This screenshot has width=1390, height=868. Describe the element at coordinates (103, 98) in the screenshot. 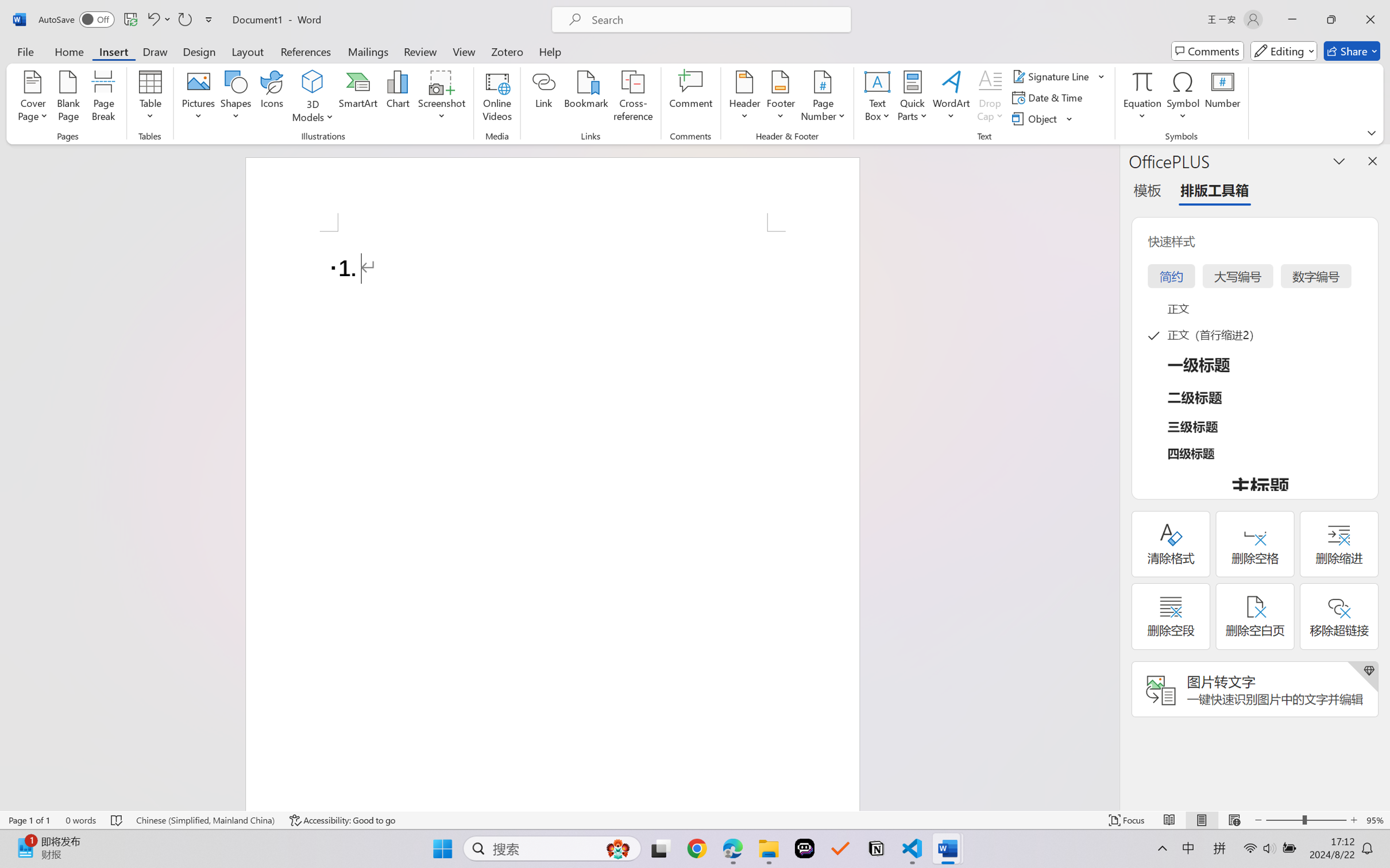

I see `'Page Break'` at that location.